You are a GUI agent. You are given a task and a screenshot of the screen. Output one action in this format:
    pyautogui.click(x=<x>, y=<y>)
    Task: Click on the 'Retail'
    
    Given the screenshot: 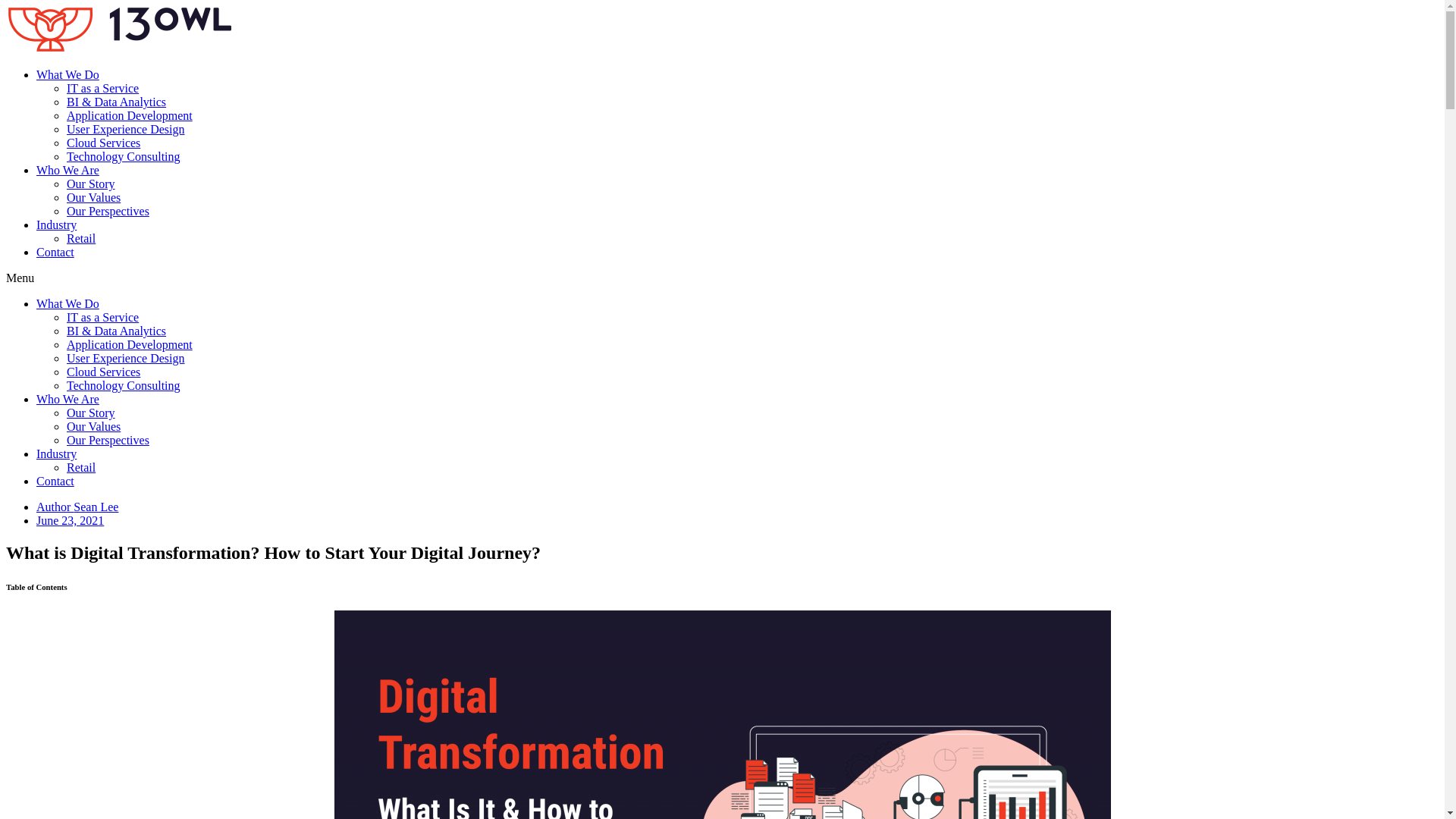 What is the action you would take?
    pyautogui.click(x=65, y=238)
    